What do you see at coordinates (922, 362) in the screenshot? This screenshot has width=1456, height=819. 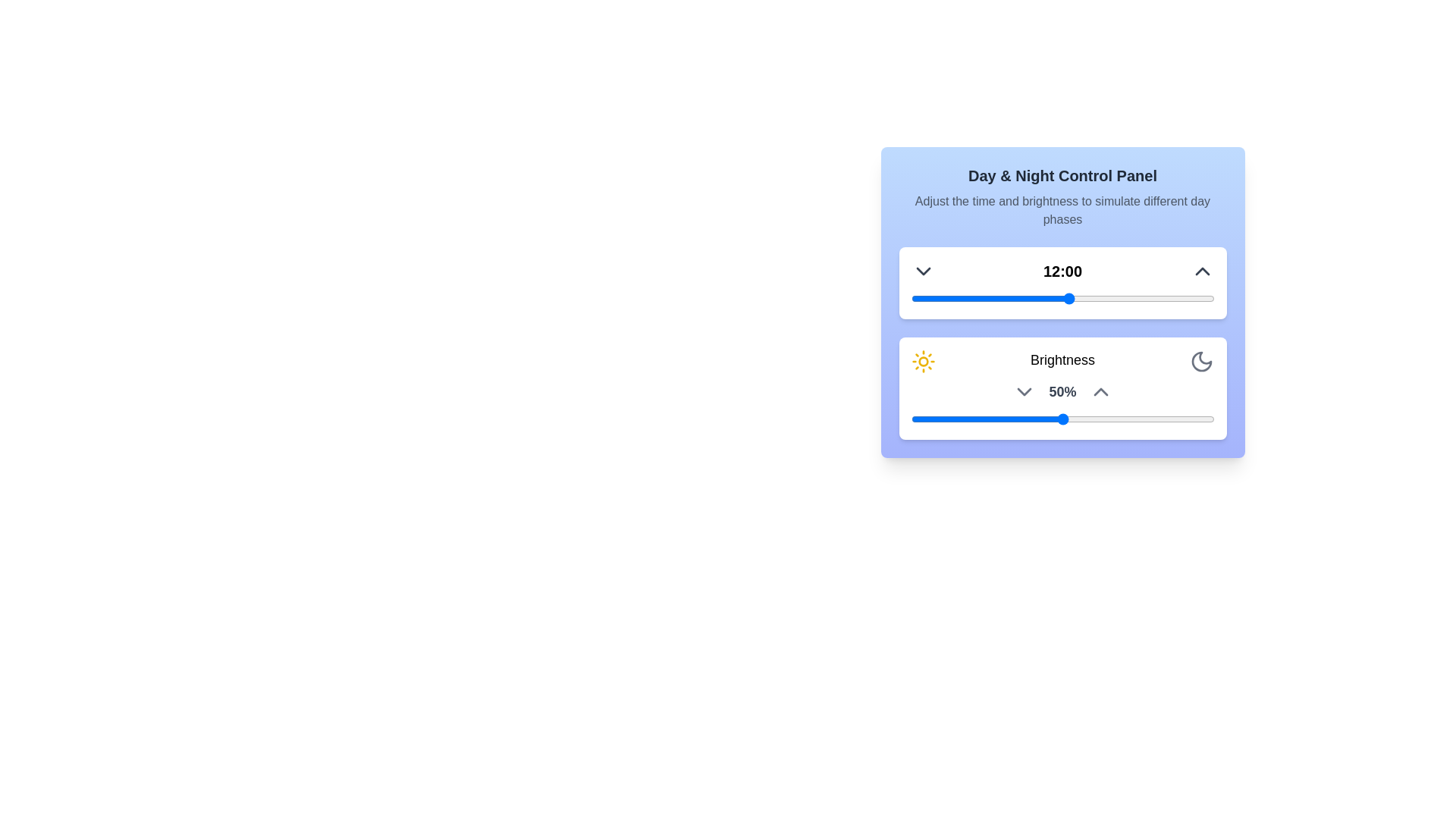 I see `the yellow sun icon representing brightness located to the left of the 'Brightness' text label in the brightness adjustment section of the 'Day & Night Control Panel'` at bounding box center [922, 362].